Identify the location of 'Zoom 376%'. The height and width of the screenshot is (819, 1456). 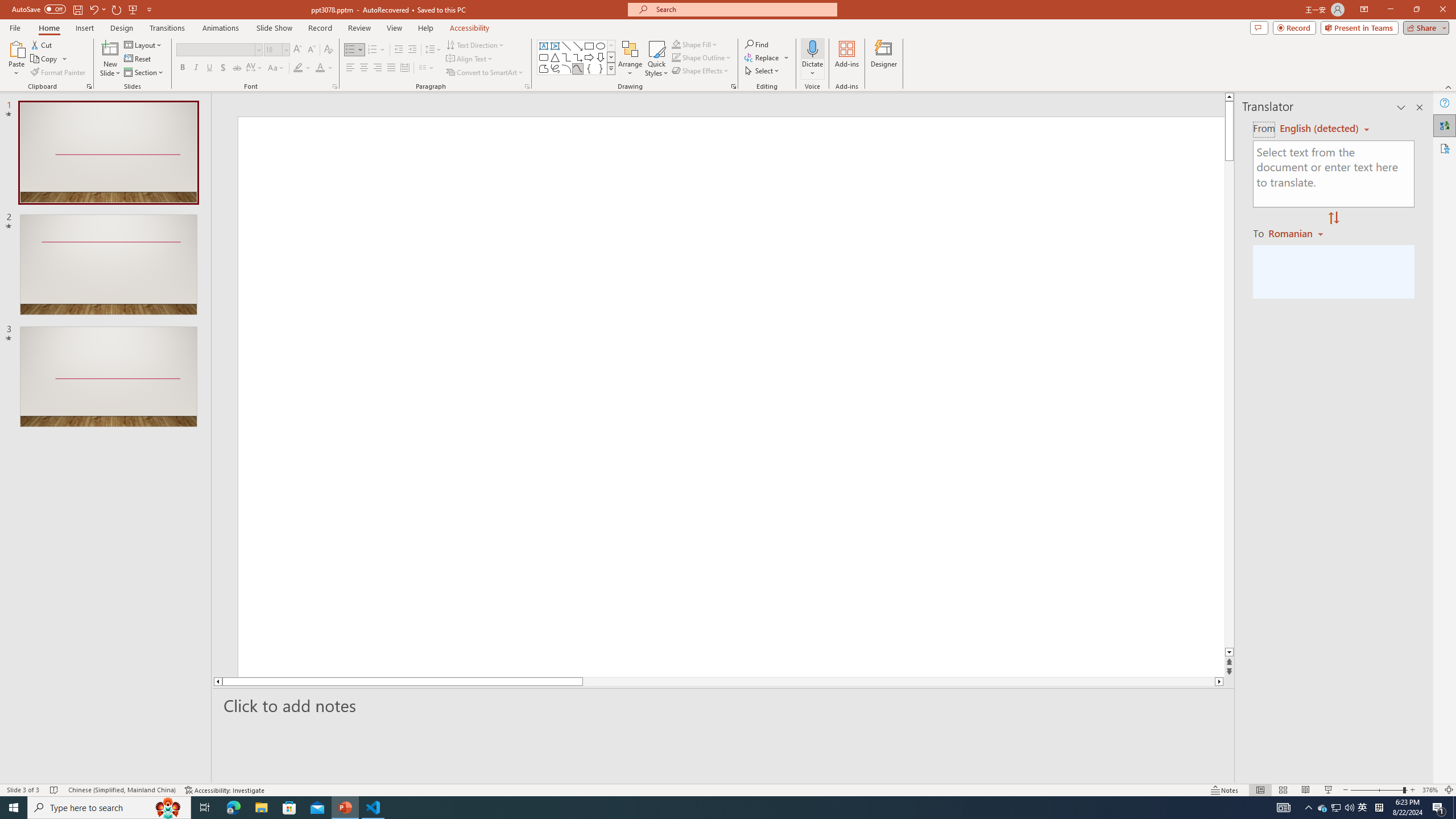
(1430, 790).